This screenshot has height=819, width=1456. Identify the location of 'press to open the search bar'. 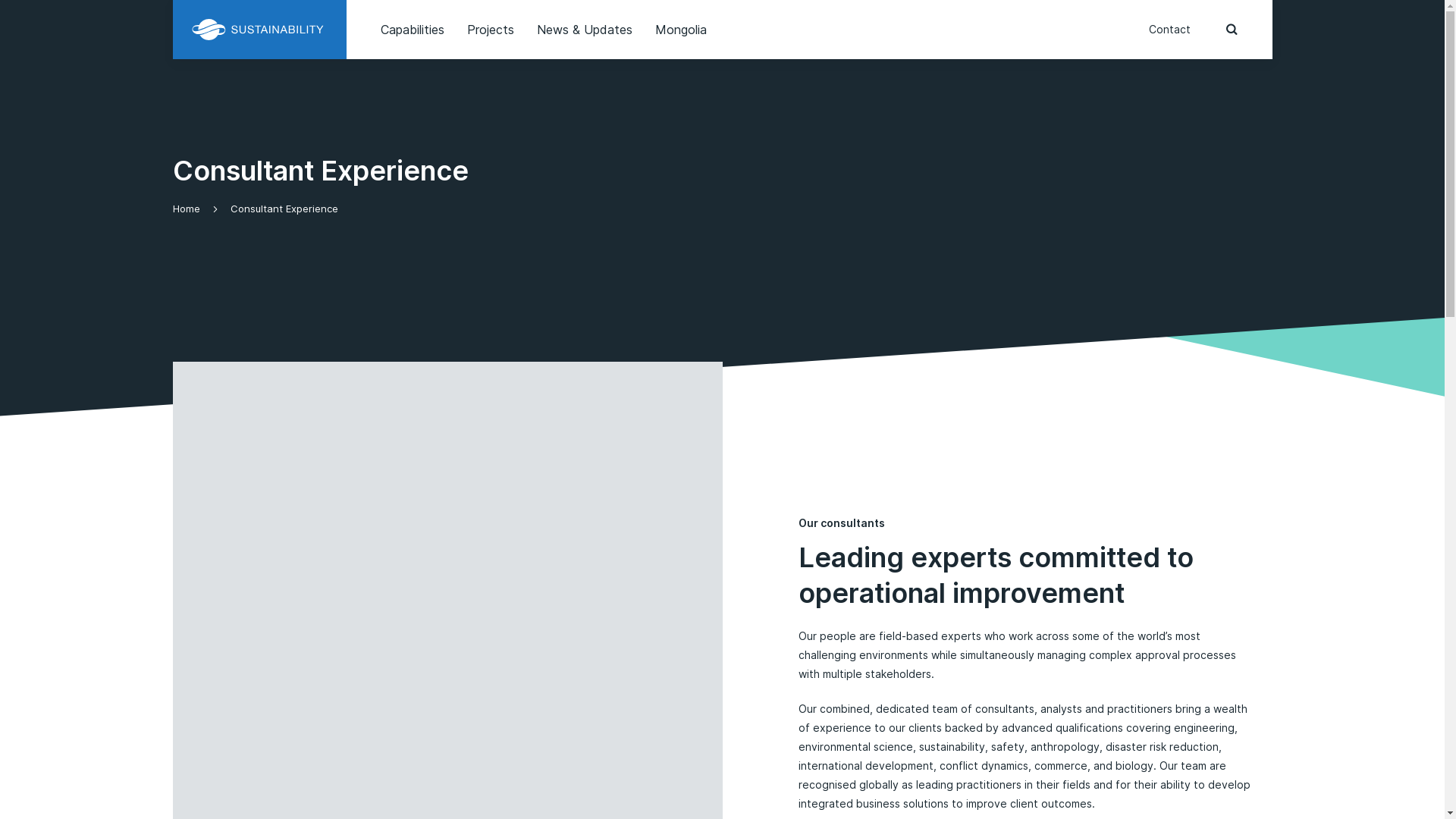
(1231, 29).